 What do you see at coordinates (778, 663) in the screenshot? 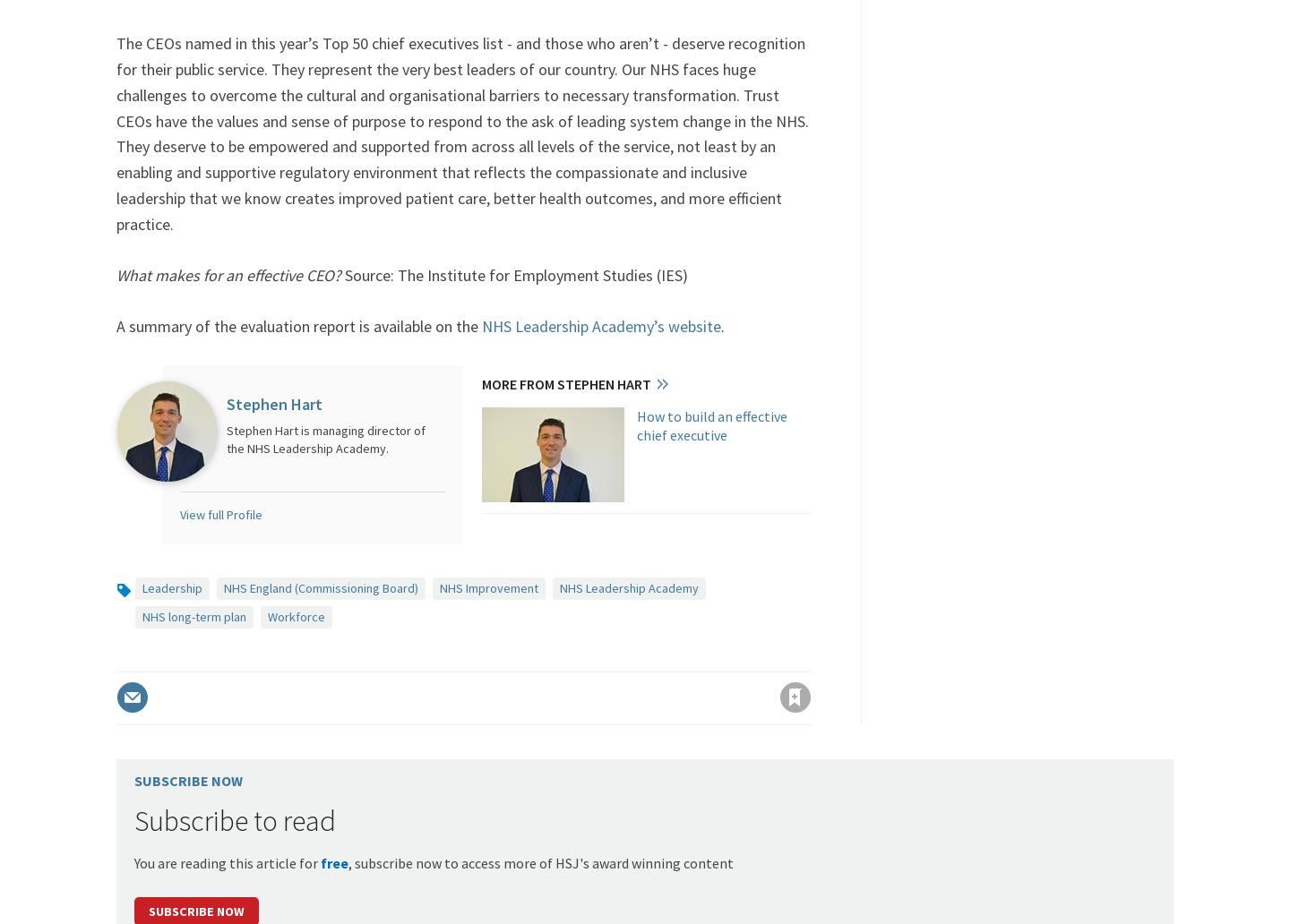
I see `'Save article'` at bounding box center [778, 663].